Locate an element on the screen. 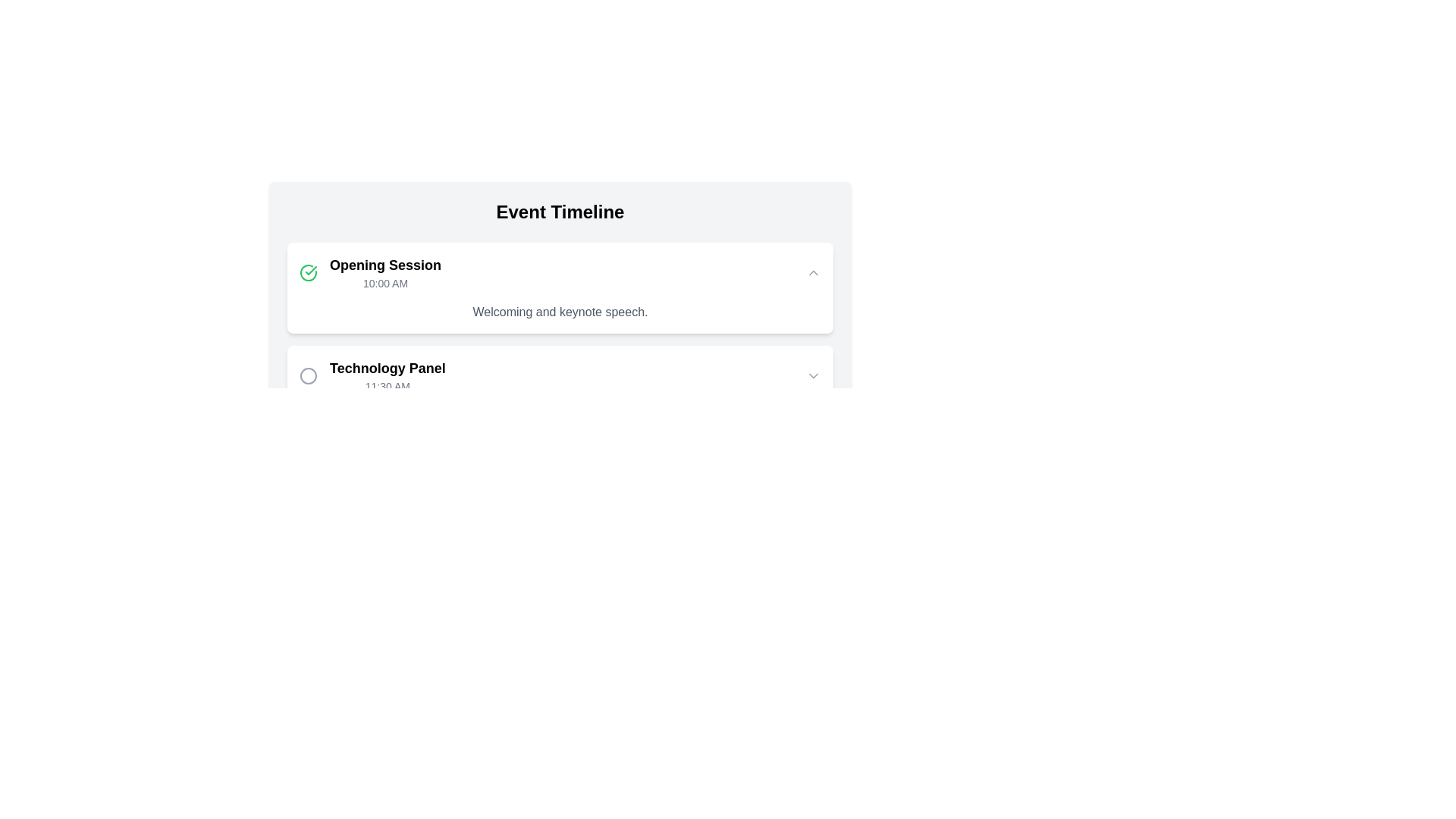 The height and width of the screenshot is (819, 1456). the small green check mark icon located within the 'Opening Session' card in the event timeline interface is located at coordinates (310, 270).